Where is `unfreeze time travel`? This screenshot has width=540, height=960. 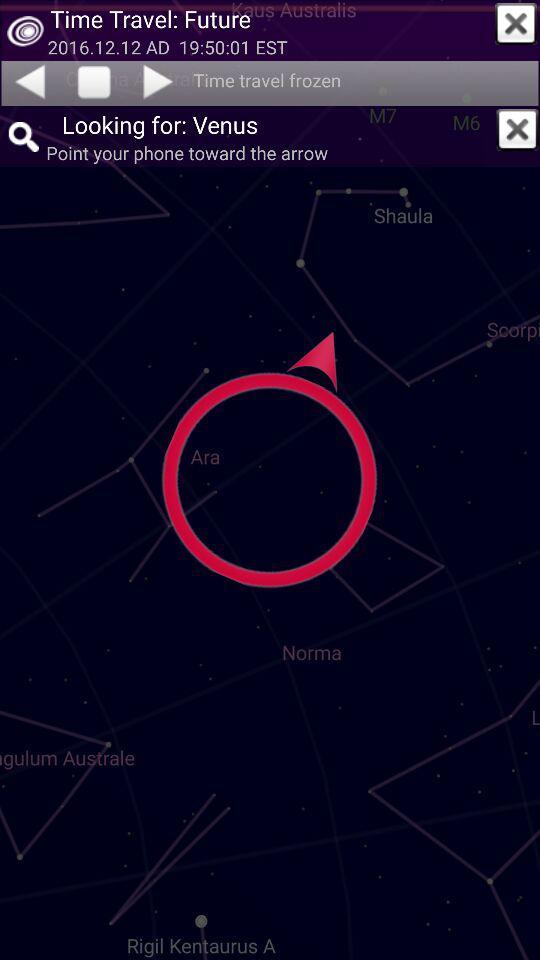
unfreeze time travel is located at coordinates (93, 83).